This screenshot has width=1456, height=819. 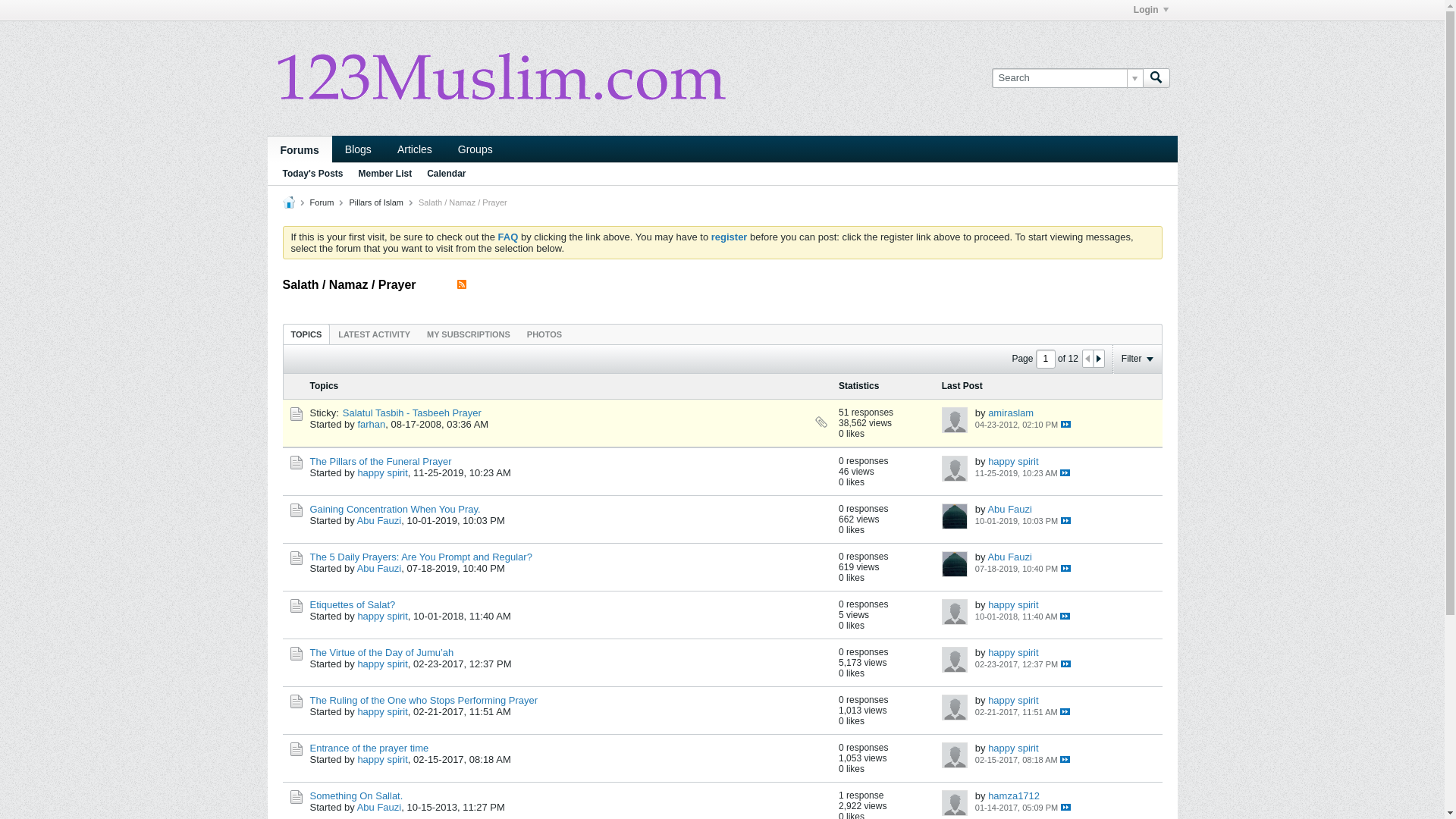 I want to click on 'LATEST ACTIVITY', so click(x=330, y=333).